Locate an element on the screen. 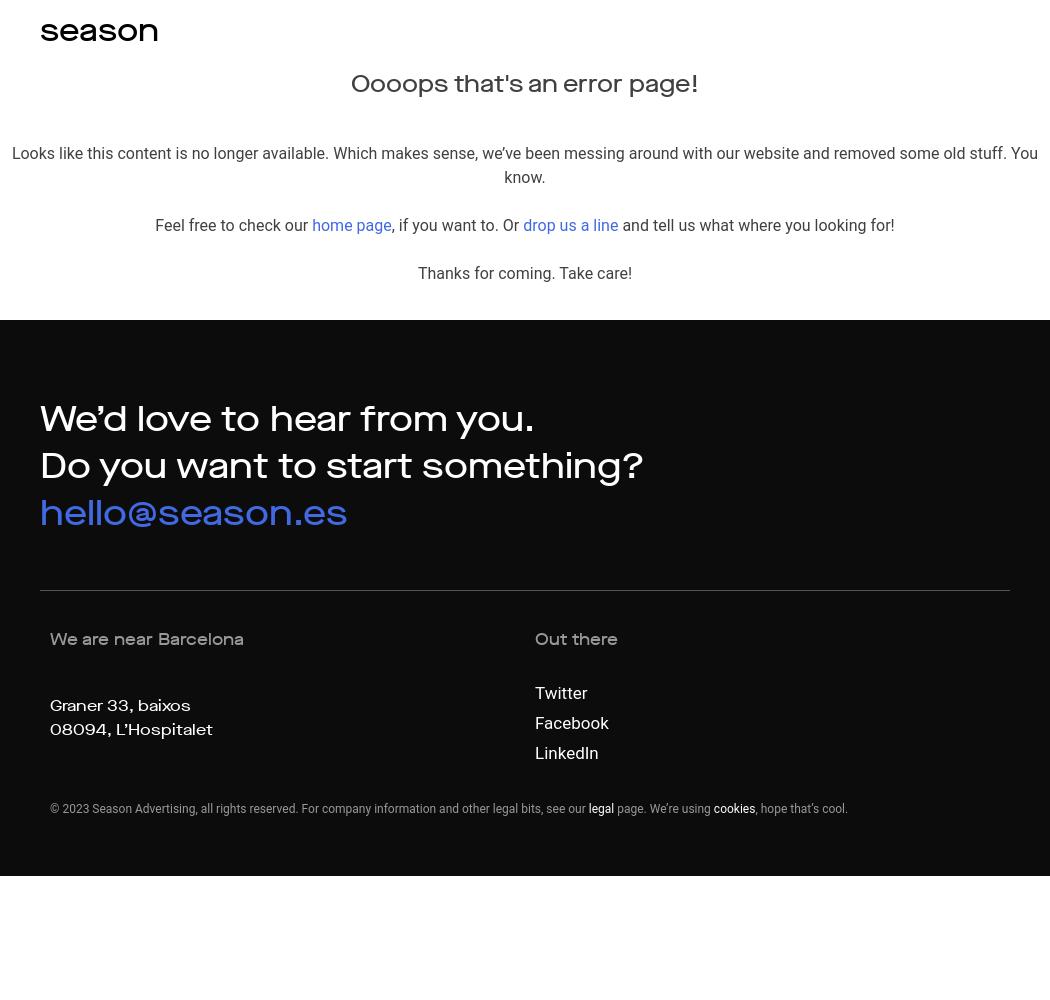  'Thanks for coming. Take care!' is located at coordinates (523, 273).